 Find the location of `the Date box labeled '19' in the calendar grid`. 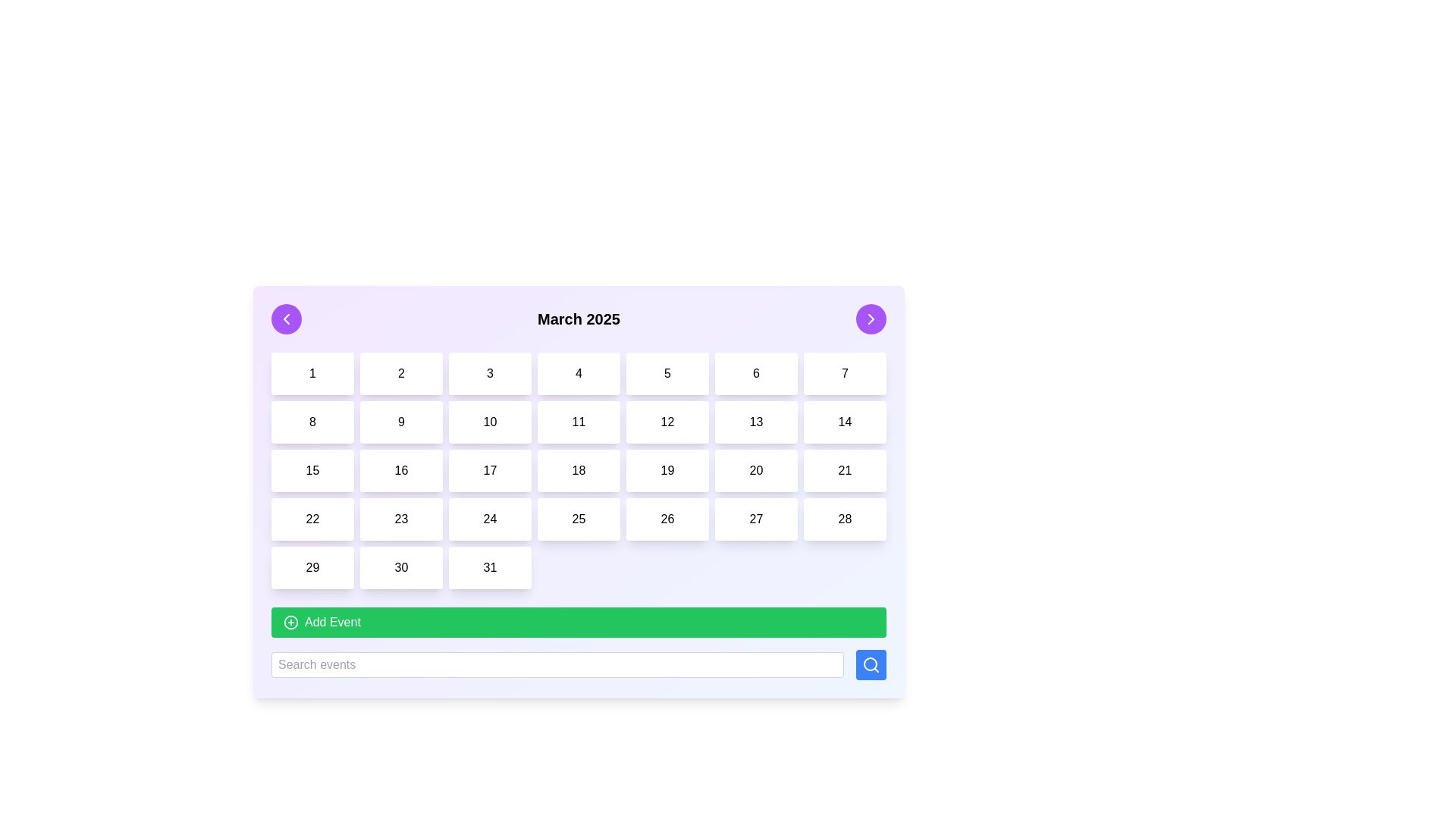

the Date box labeled '19' in the calendar grid is located at coordinates (667, 470).